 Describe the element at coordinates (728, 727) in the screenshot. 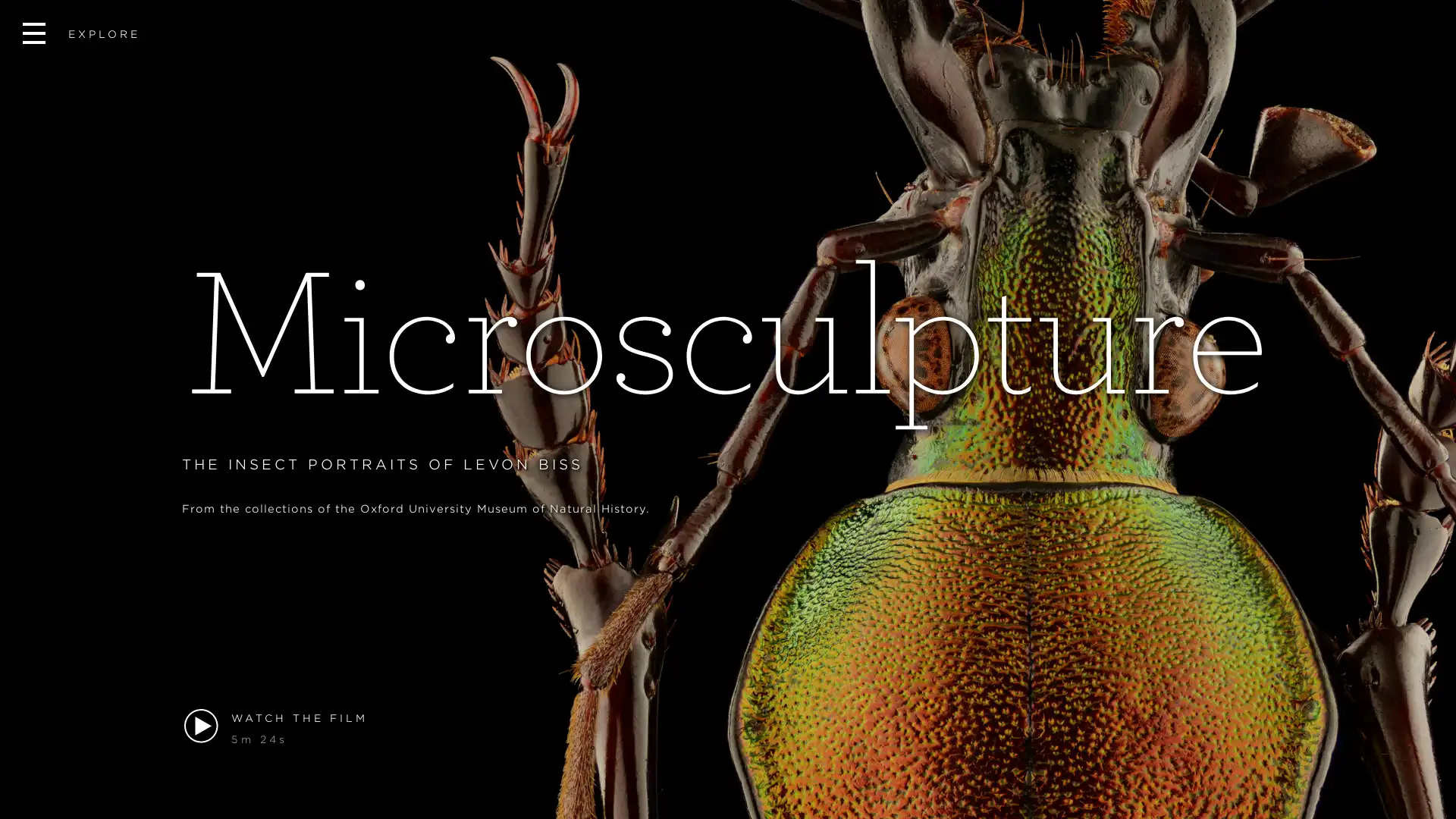

I see `WATCH THE FILM 5m 24s` at that location.